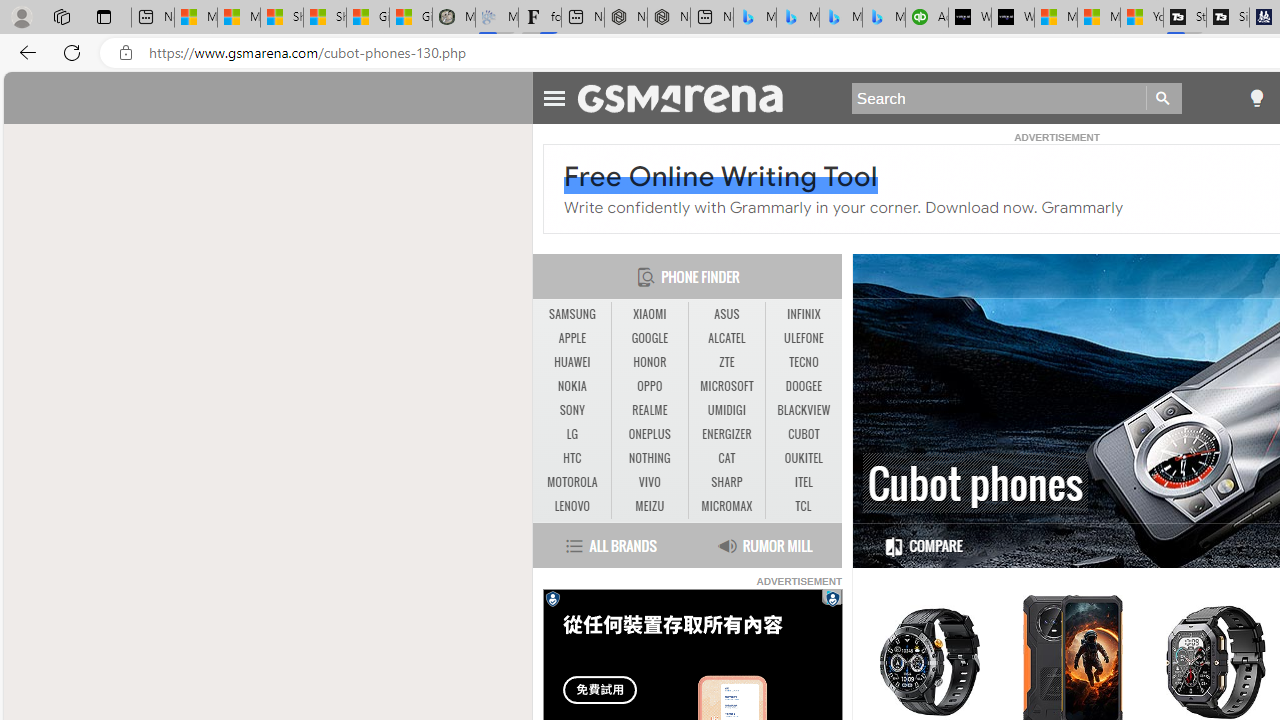 This screenshot has width=1280, height=720. I want to click on 'CAT', so click(726, 458).